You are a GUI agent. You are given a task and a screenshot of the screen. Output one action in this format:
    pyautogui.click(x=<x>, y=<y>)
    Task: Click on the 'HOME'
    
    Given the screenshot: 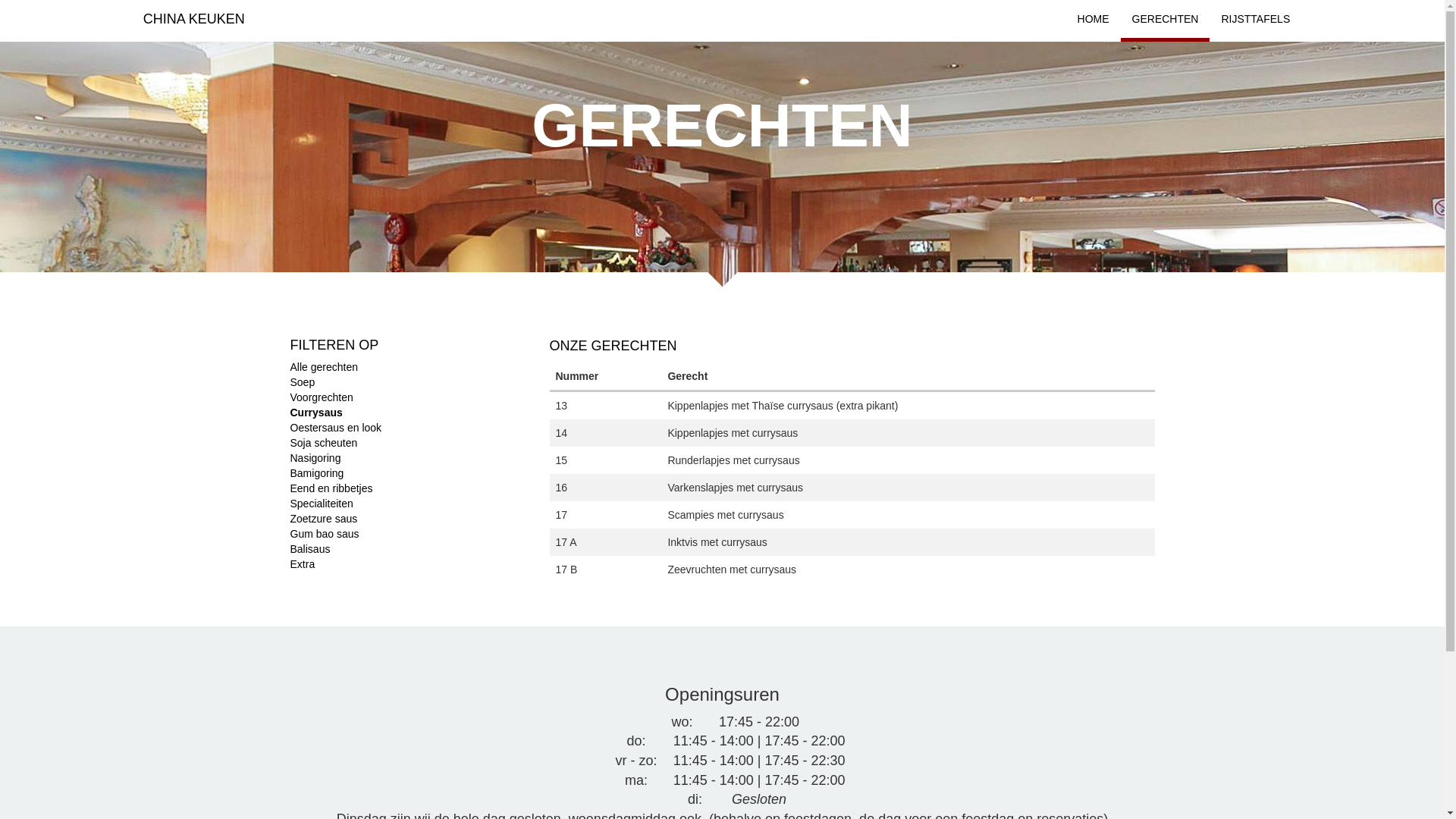 What is the action you would take?
    pyautogui.click(x=1093, y=18)
    